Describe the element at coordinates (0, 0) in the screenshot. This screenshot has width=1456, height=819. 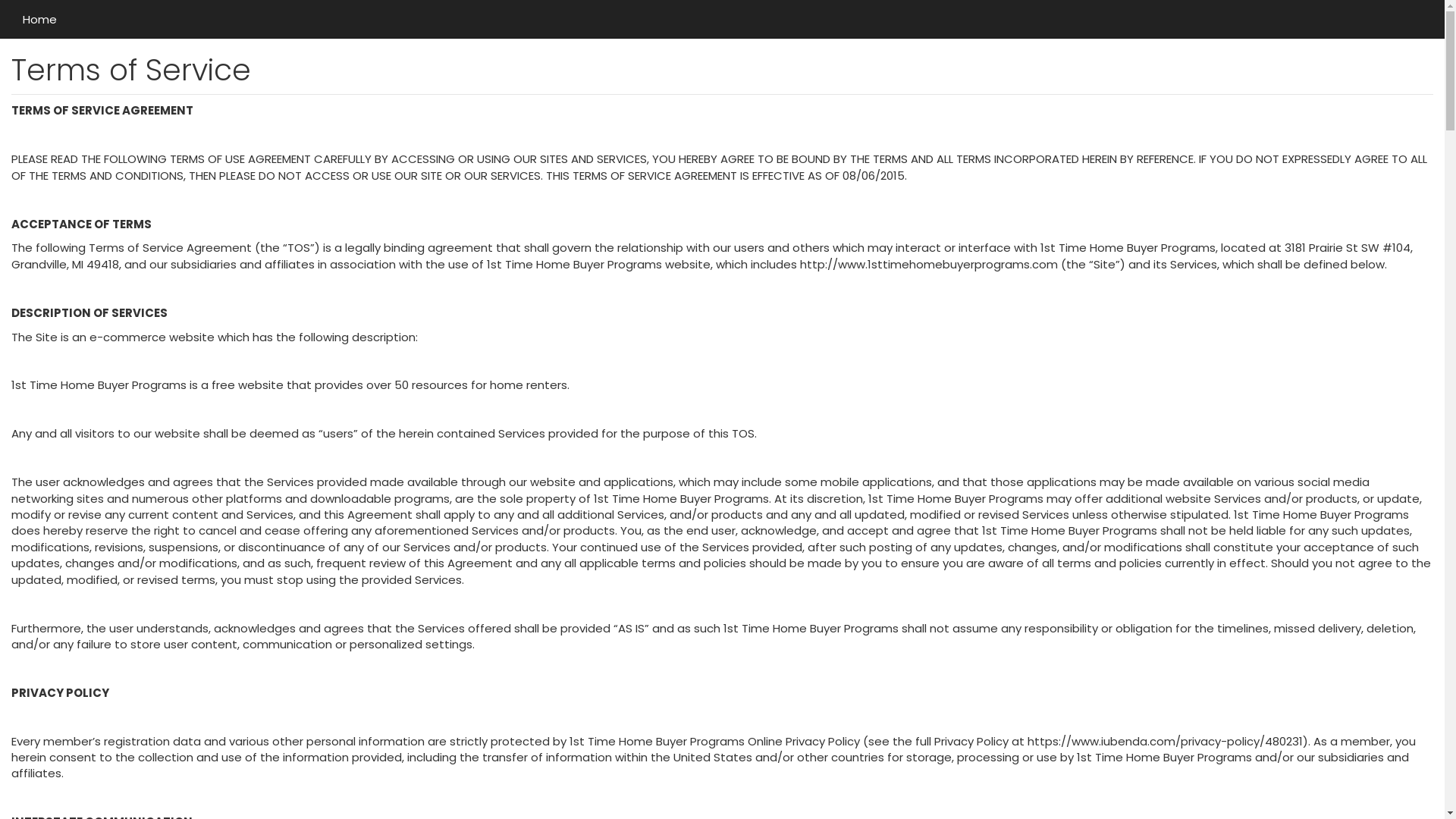
I see `'Skip to main content'` at that location.